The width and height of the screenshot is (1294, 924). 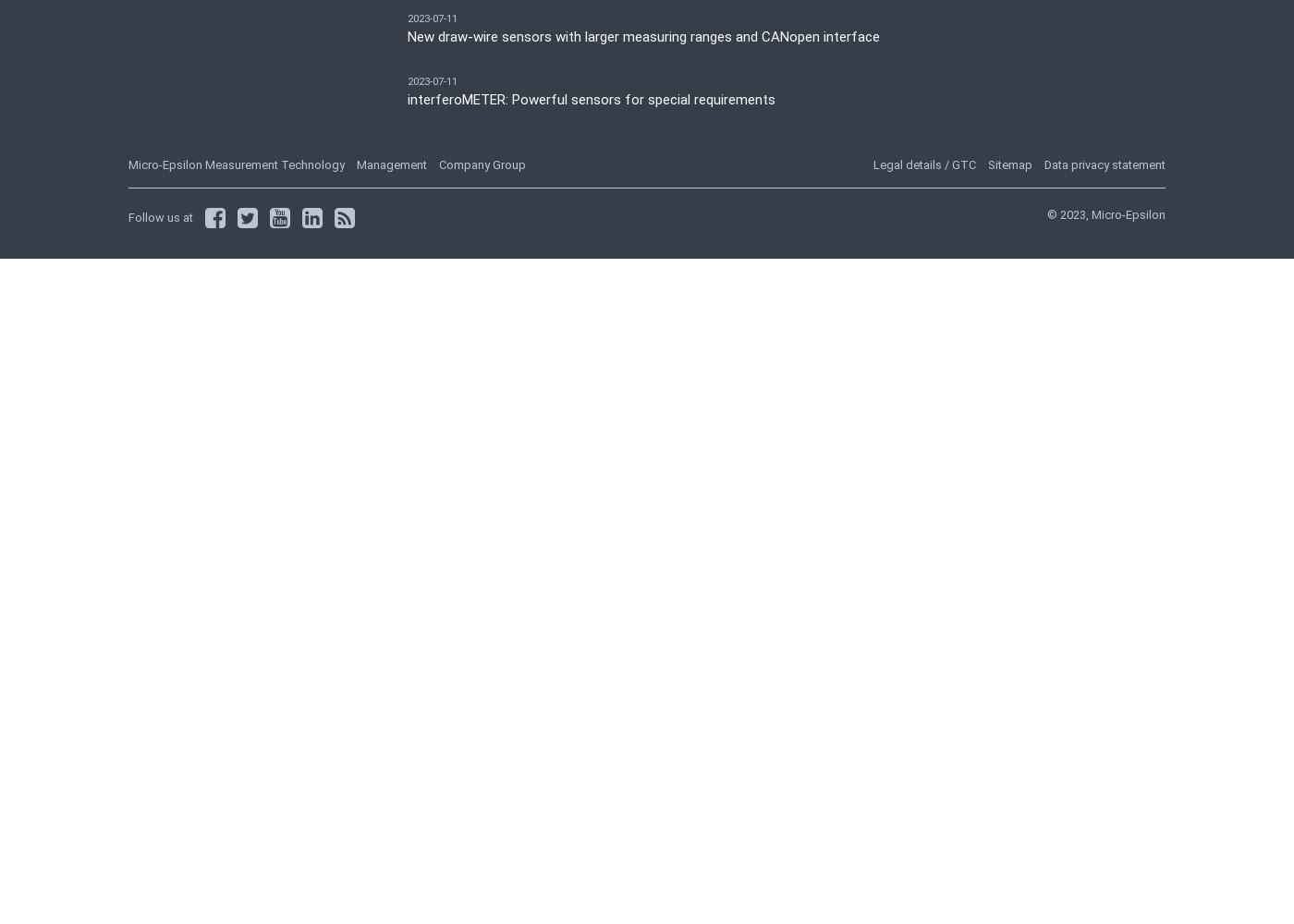 What do you see at coordinates (161, 215) in the screenshot?
I see `'Follow us at'` at bounding box center [161, 215].